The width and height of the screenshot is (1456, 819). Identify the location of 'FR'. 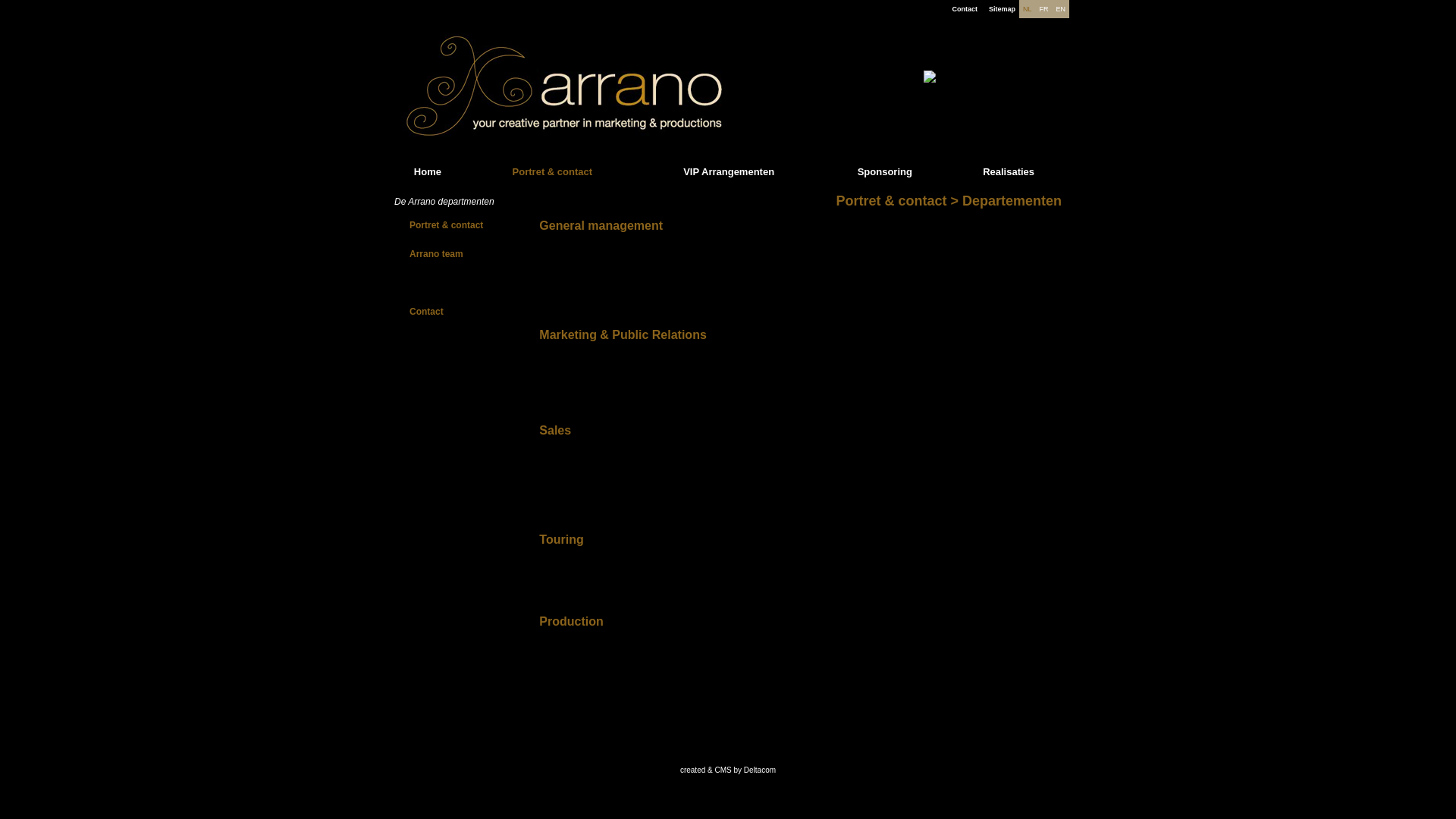
(1043, 8).